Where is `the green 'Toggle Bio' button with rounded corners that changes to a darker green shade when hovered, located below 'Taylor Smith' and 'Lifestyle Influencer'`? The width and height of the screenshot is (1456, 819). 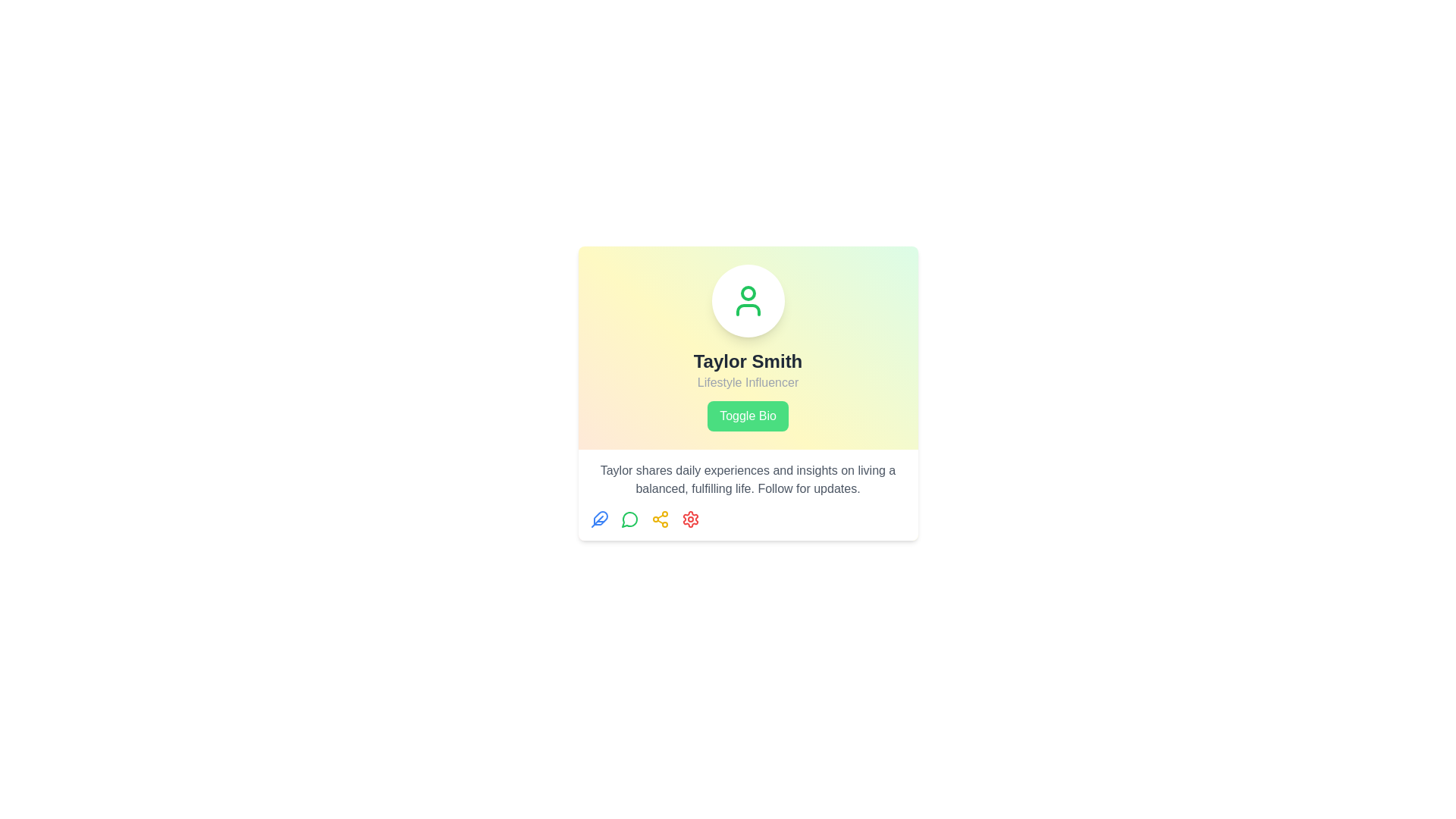
the green 'Toggle Bio' button with rounded corners that changes to a darker green shade when hovered, located below 'Taylor Smith' and 'Lifestyle Influencer' is located at coordinates (748, 416).